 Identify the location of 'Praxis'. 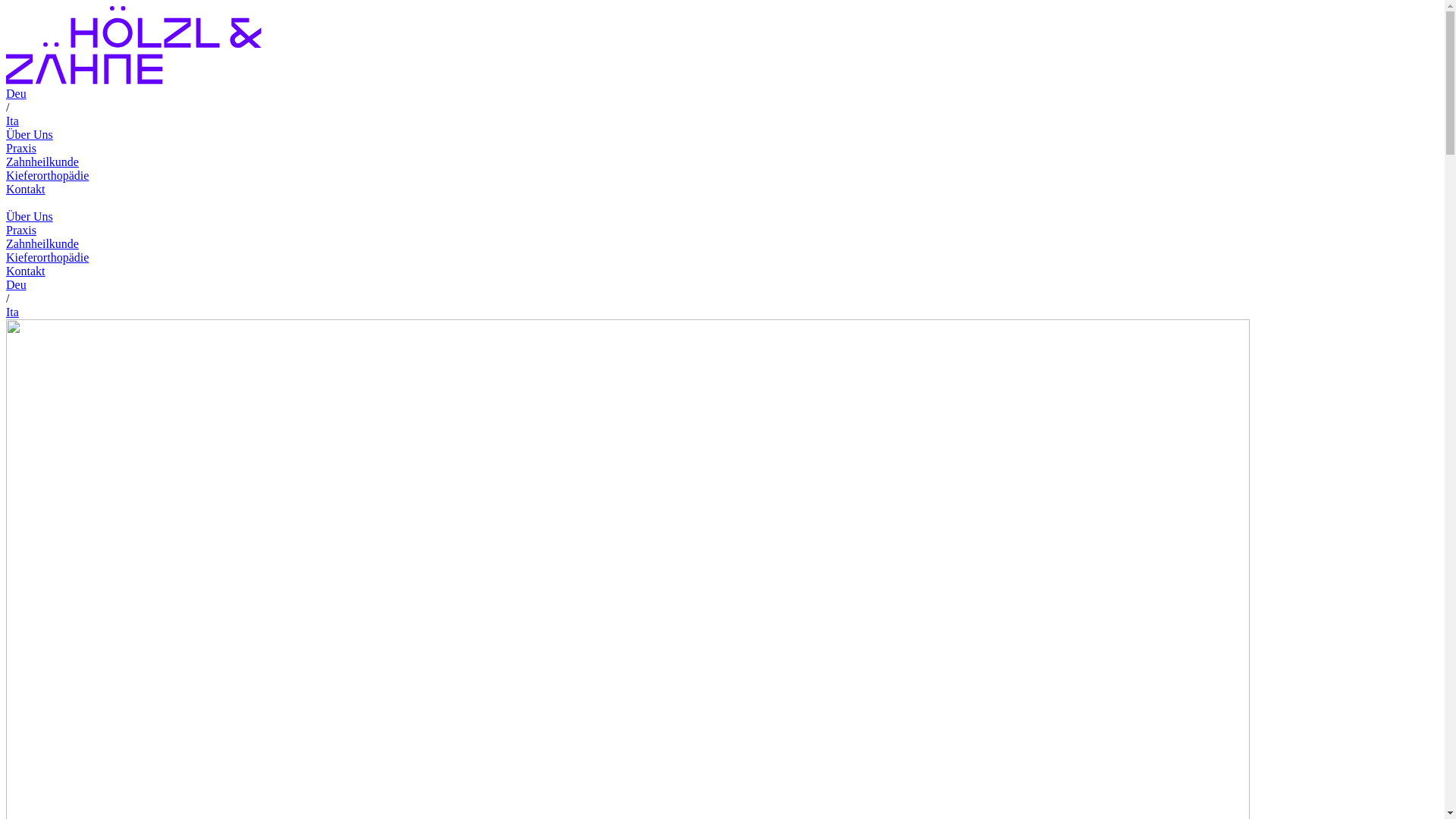
(21, 230).